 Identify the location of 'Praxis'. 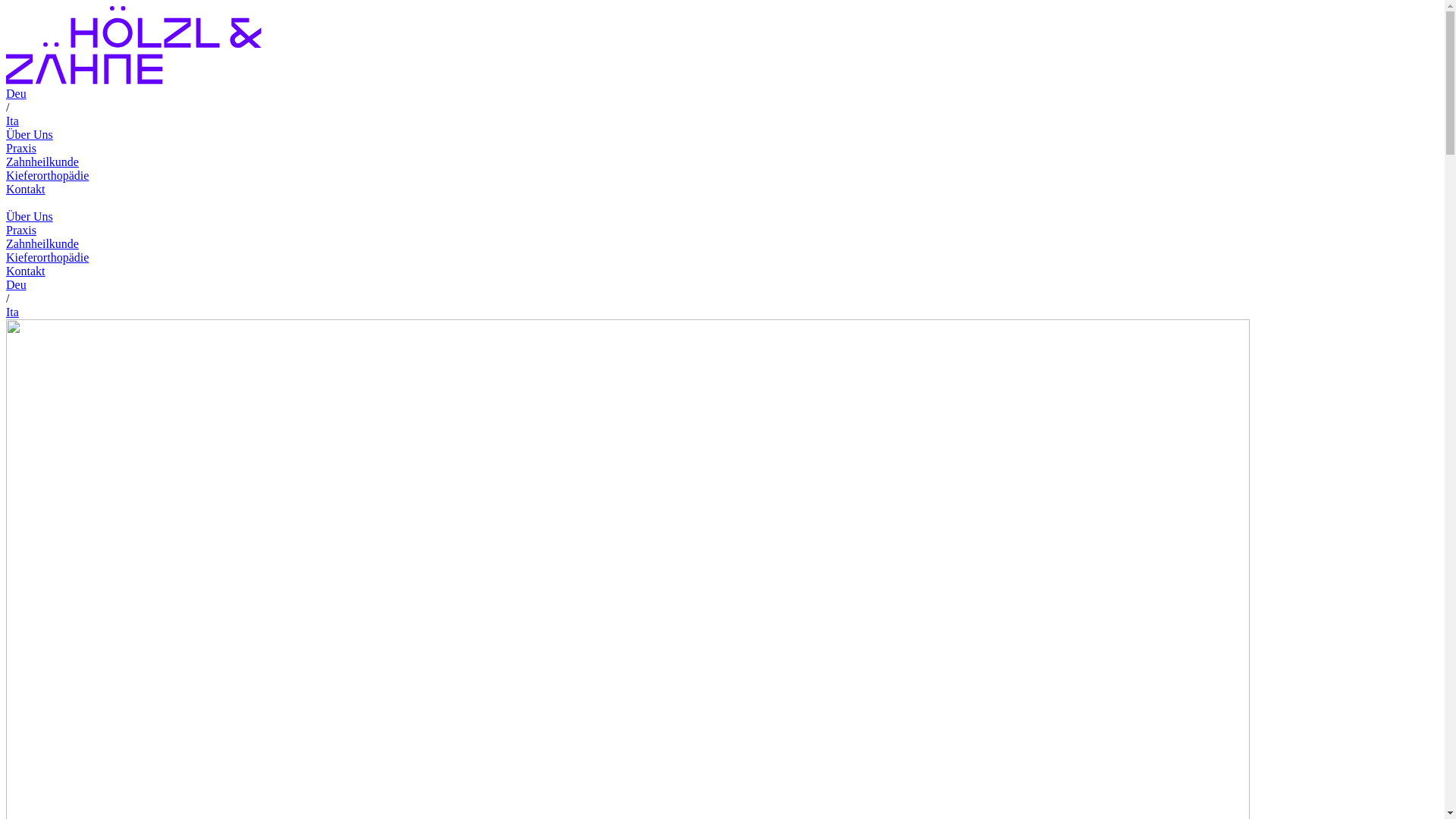
(21, 230).